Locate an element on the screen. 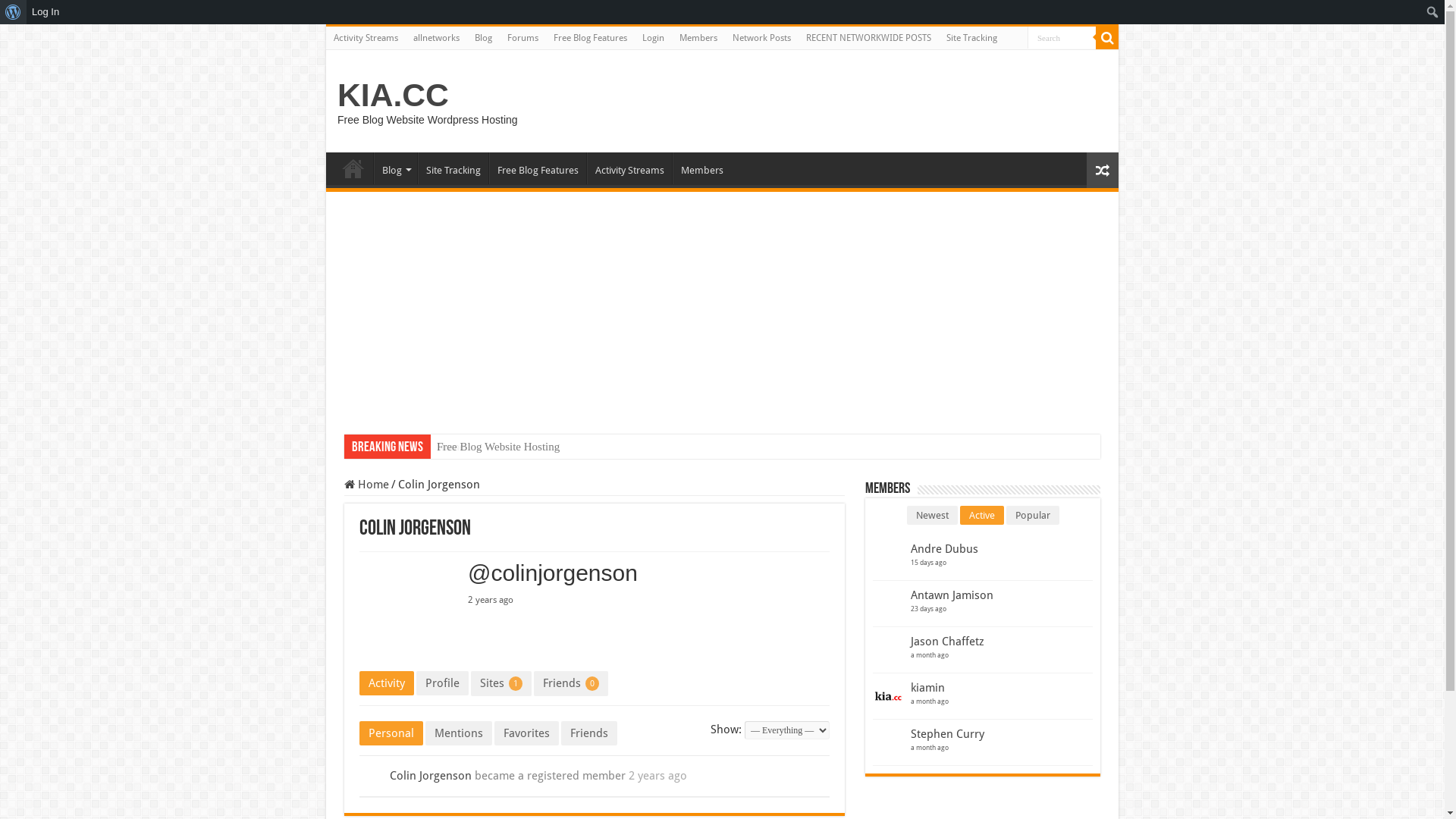 The image size is (1456, 819). 'Login' is located at coordinates (653, 37).